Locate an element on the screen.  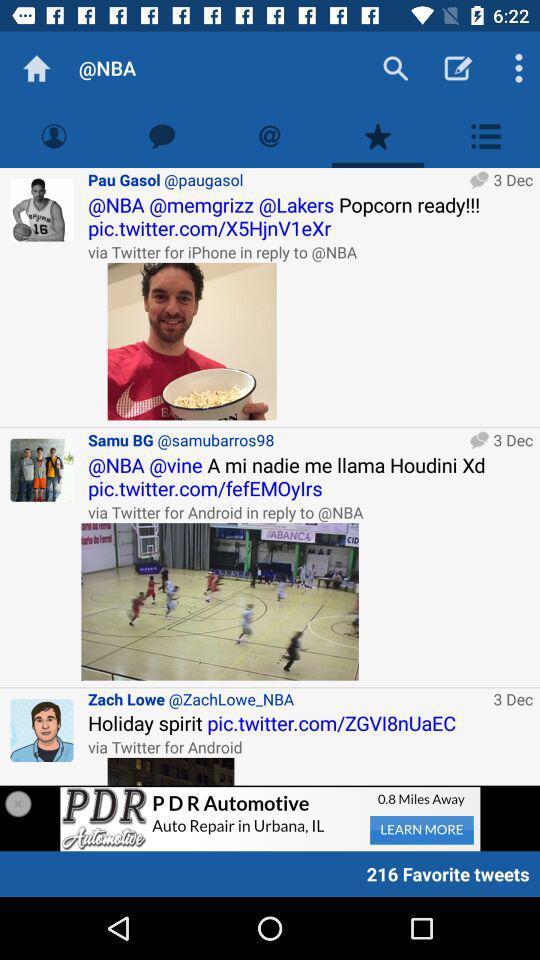
show profile is located at coordinates (54, 135).